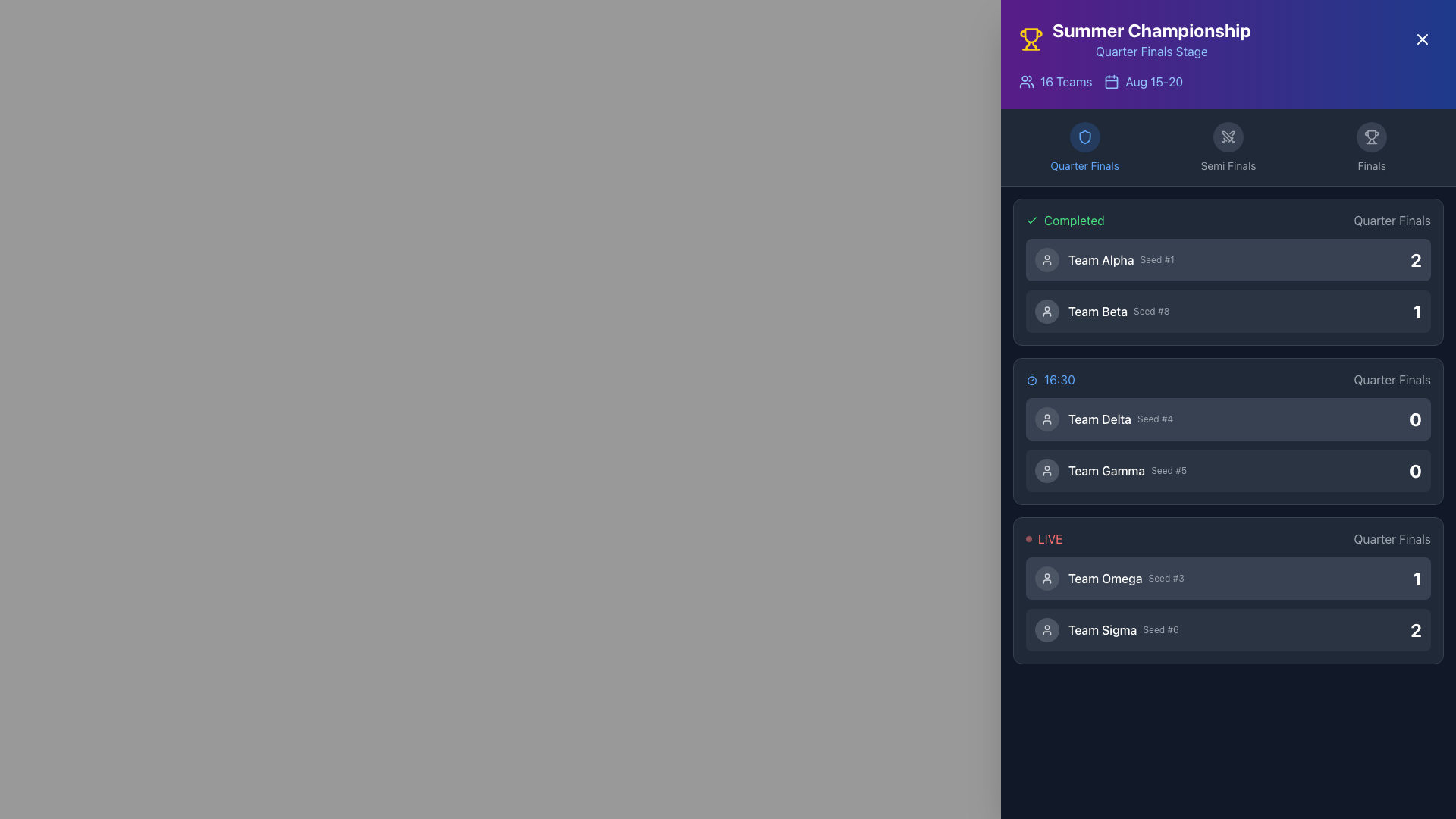  What do you see at coordinates (1046, 579) in the screenshot?
I see `the avatar icon representing 'Team Omega' in the 'Live' quarter finals section, which is visually identifiable and positioned to the left of the team name` at bounding box center [1046, 579].